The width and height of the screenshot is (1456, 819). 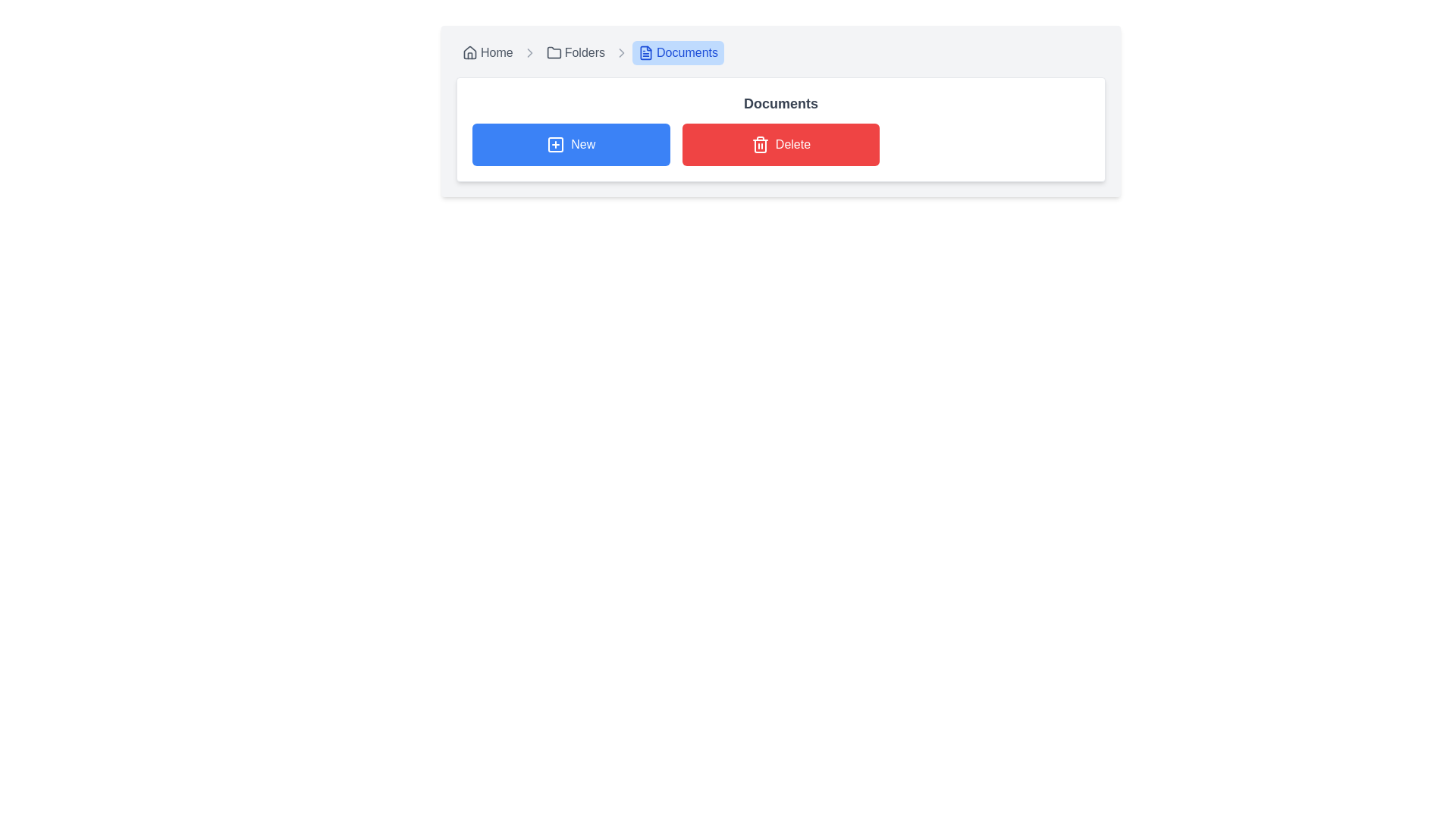 What do you see at coordinates (622, 52) in the screenshot?
I see `the chevron icon in the breadcrumb navigation bar, which serves as a visual indicator between 'Folders' and 'Documents'` at bounding box center [622, 52].